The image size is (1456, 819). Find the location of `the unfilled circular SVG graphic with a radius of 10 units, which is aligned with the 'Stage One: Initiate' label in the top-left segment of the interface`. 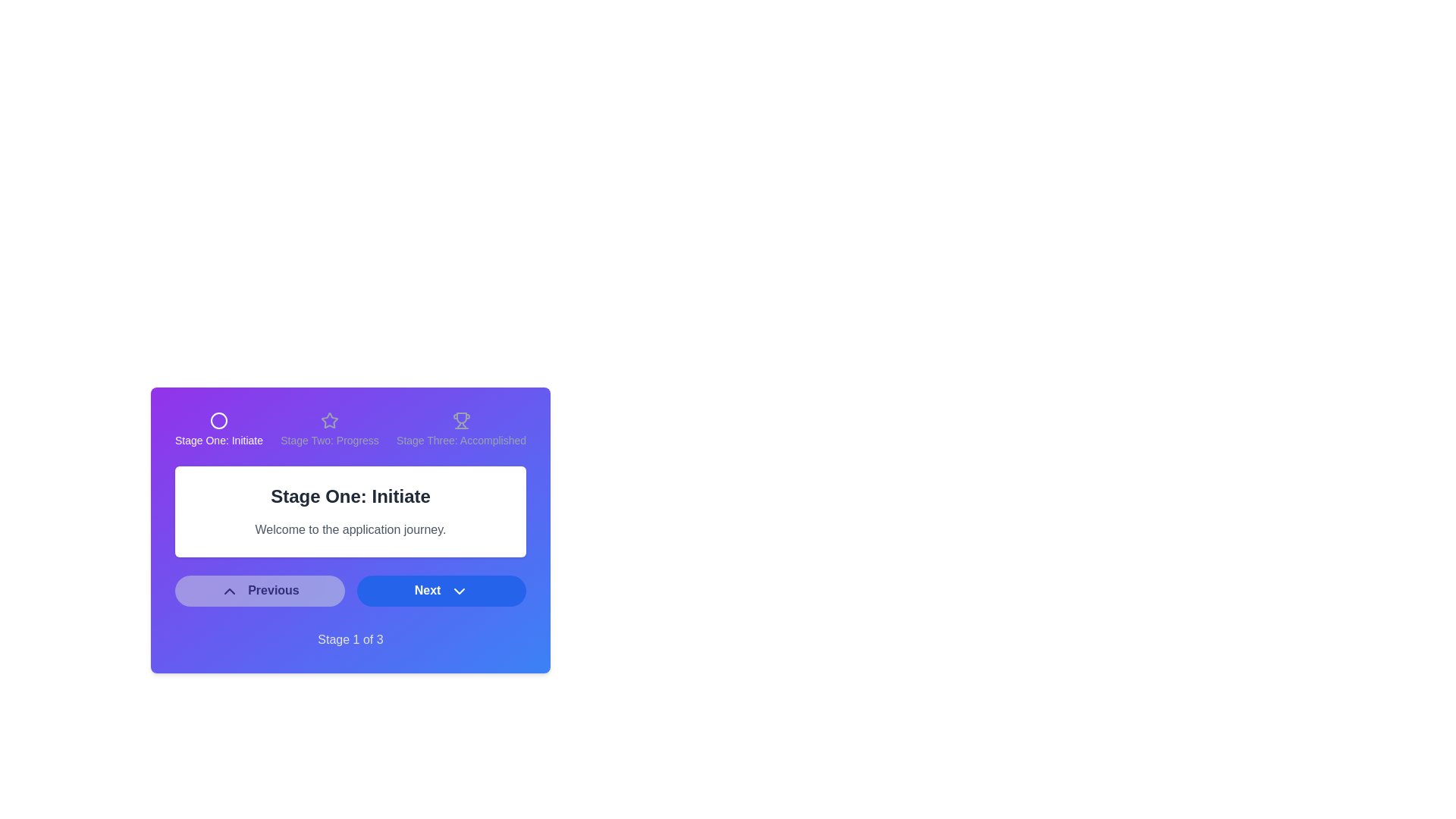

the unfilled circular SVG graphic with a radius of 10 units, which is aligned with the 'Stage One: Initiate' label in the top-left segment of the interface is located at coordinates (218, 421).